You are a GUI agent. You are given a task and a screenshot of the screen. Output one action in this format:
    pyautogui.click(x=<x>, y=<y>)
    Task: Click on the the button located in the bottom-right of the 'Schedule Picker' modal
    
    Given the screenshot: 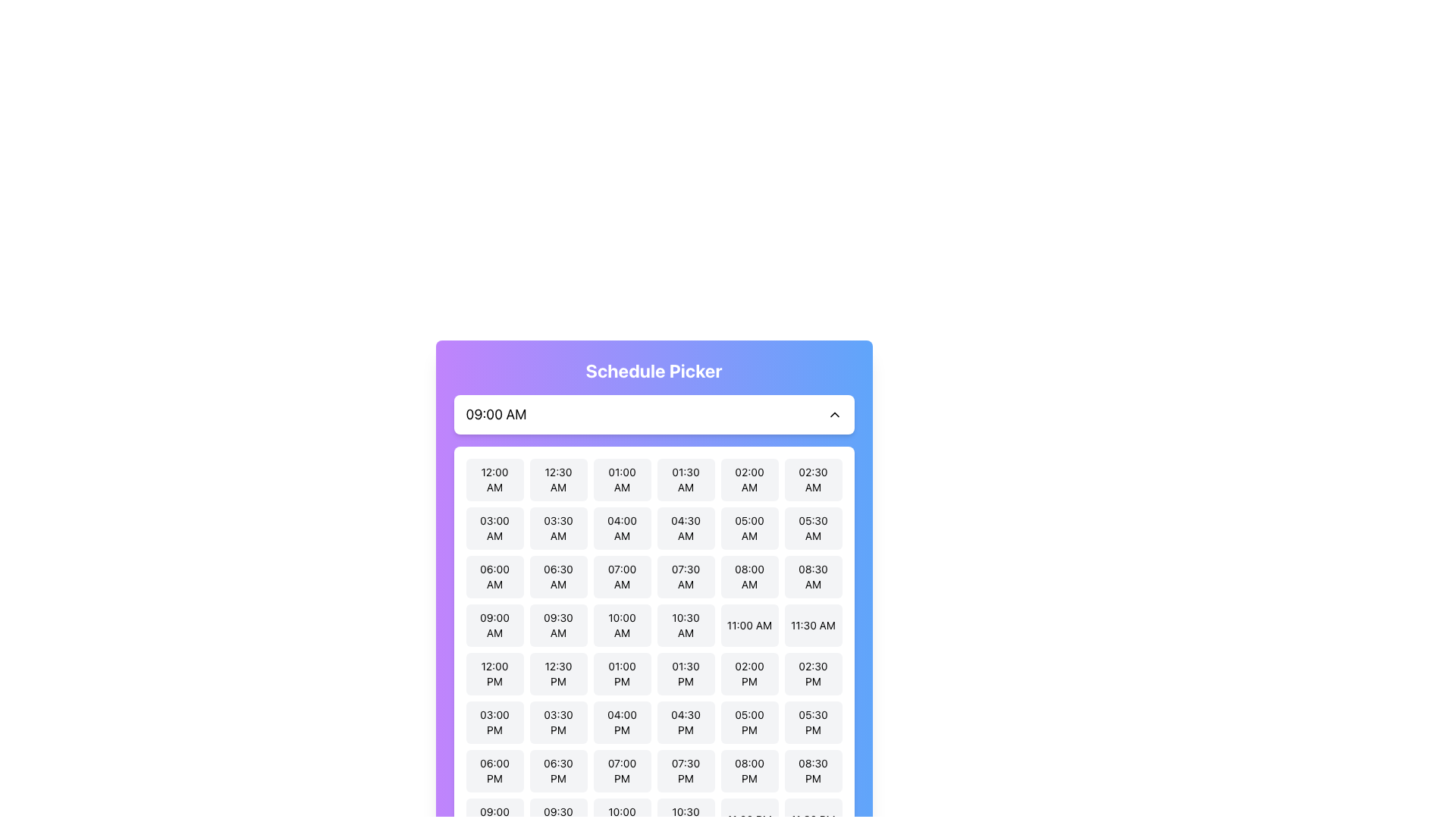 What is the action you would take?
    pyautogui.click(x=812, y=771)
    